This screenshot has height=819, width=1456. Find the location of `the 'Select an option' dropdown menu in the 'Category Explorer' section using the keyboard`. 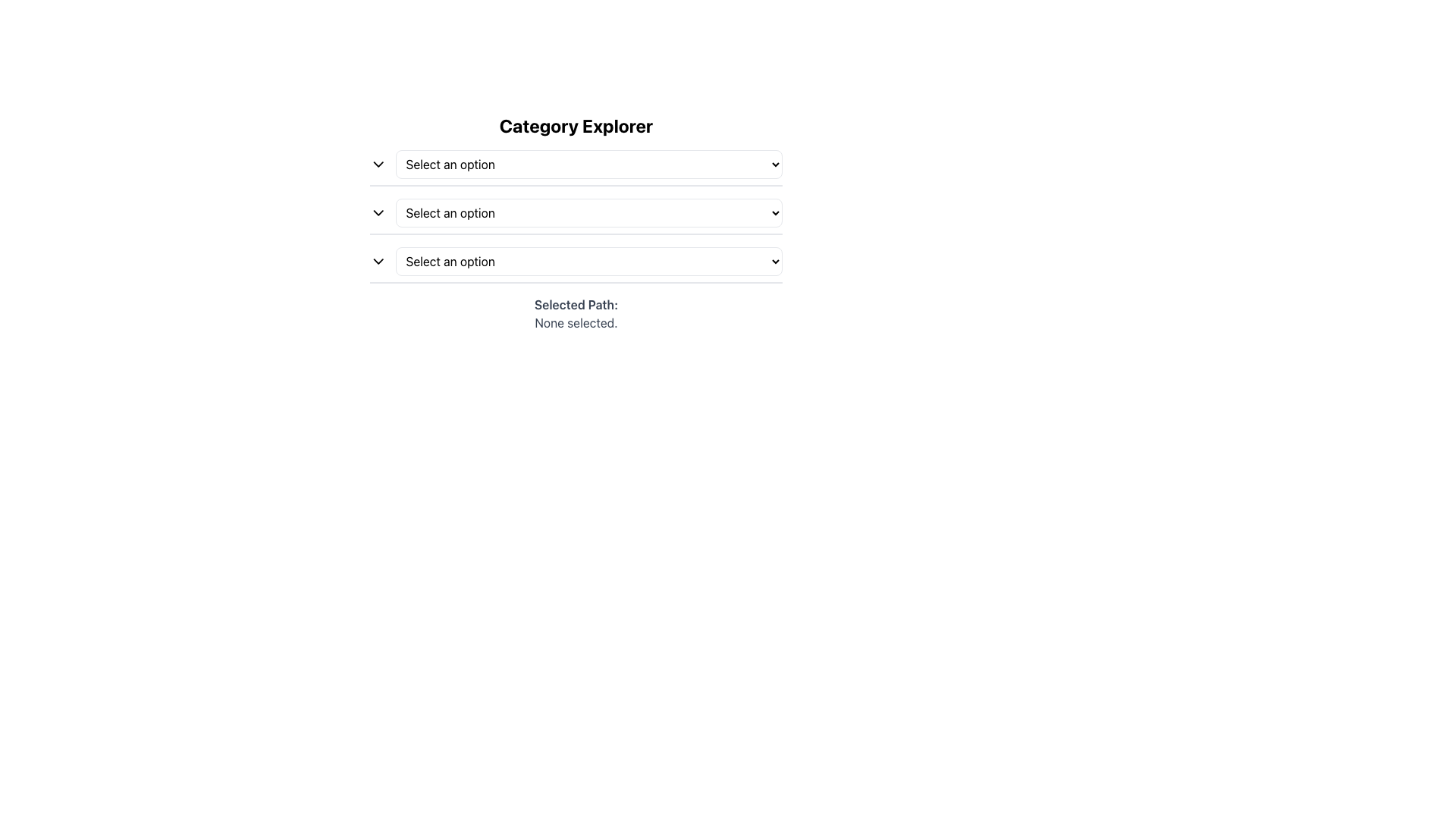

the 'Select an option' dropdown menu in the 'Category Explorer' section using the keyboard is located at coordinates (575, 216).